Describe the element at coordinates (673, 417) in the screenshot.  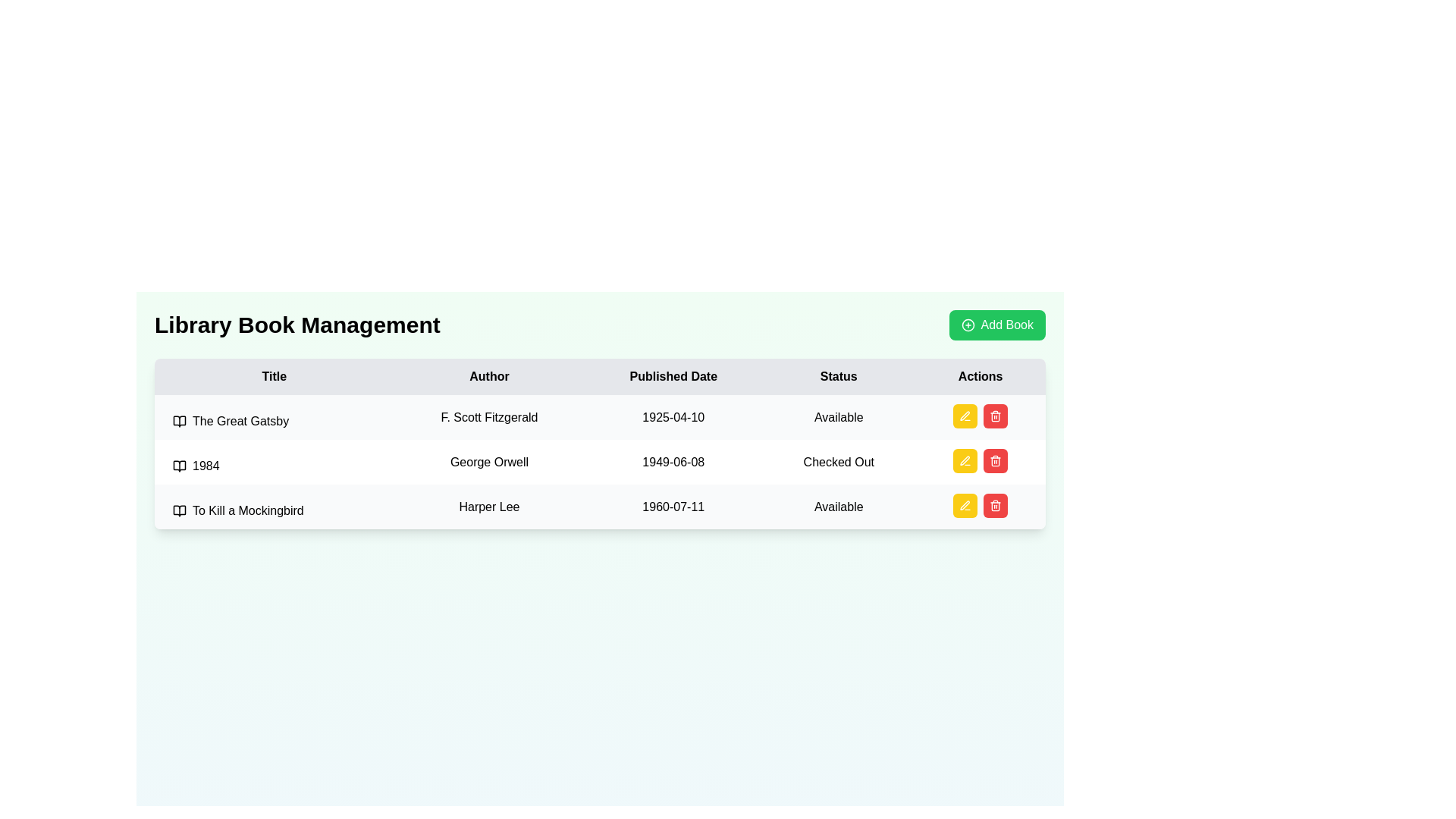
I see `the publication date text element for the book 'The Great Gatsby' located in the third column of the first data row in the table` at that location.